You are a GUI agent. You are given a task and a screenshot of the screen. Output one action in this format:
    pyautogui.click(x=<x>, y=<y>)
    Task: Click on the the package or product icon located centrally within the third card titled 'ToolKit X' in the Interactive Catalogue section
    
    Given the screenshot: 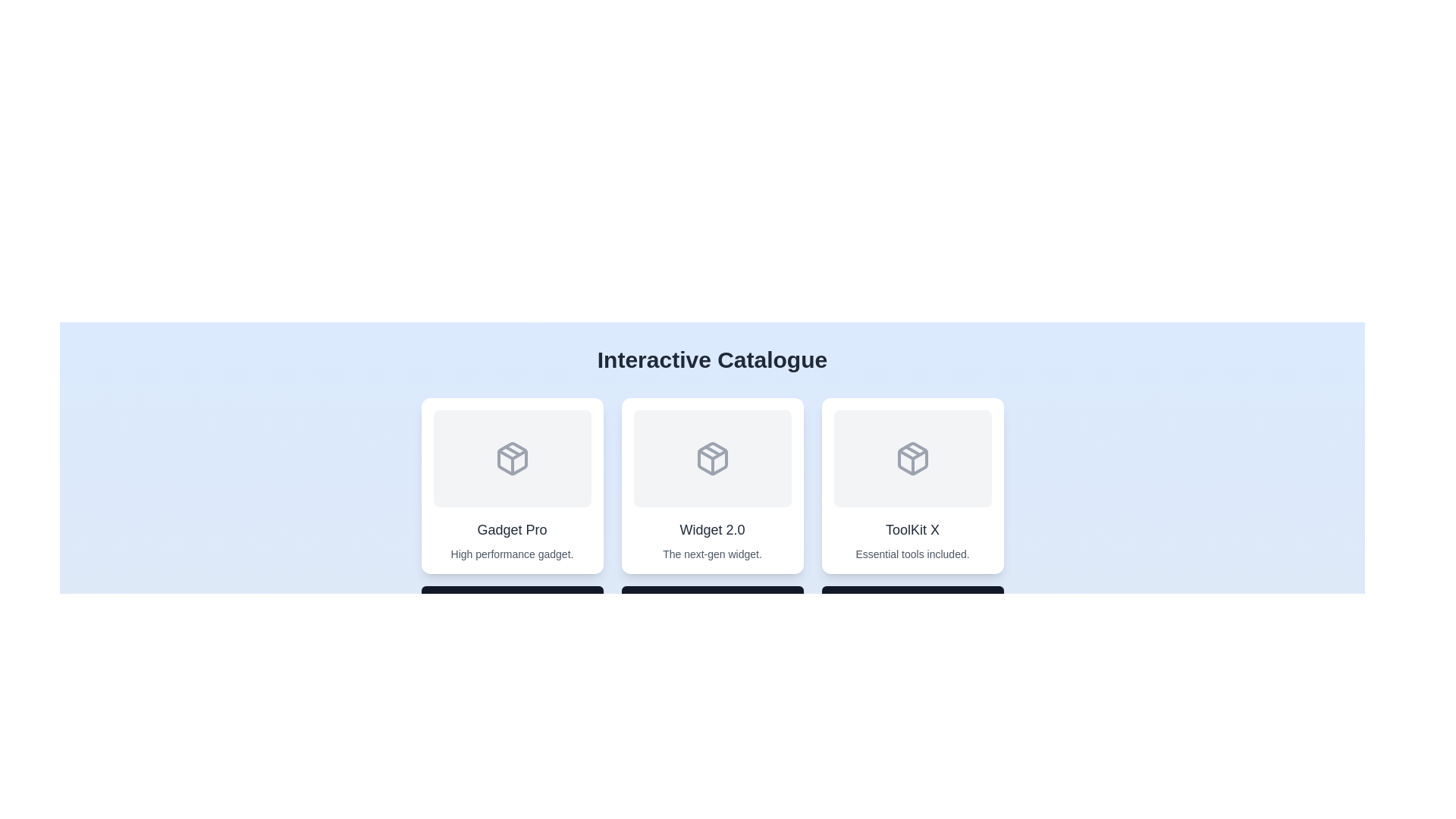 What is the action you would take?
    pyautogui.click(x=912, y=458)
    